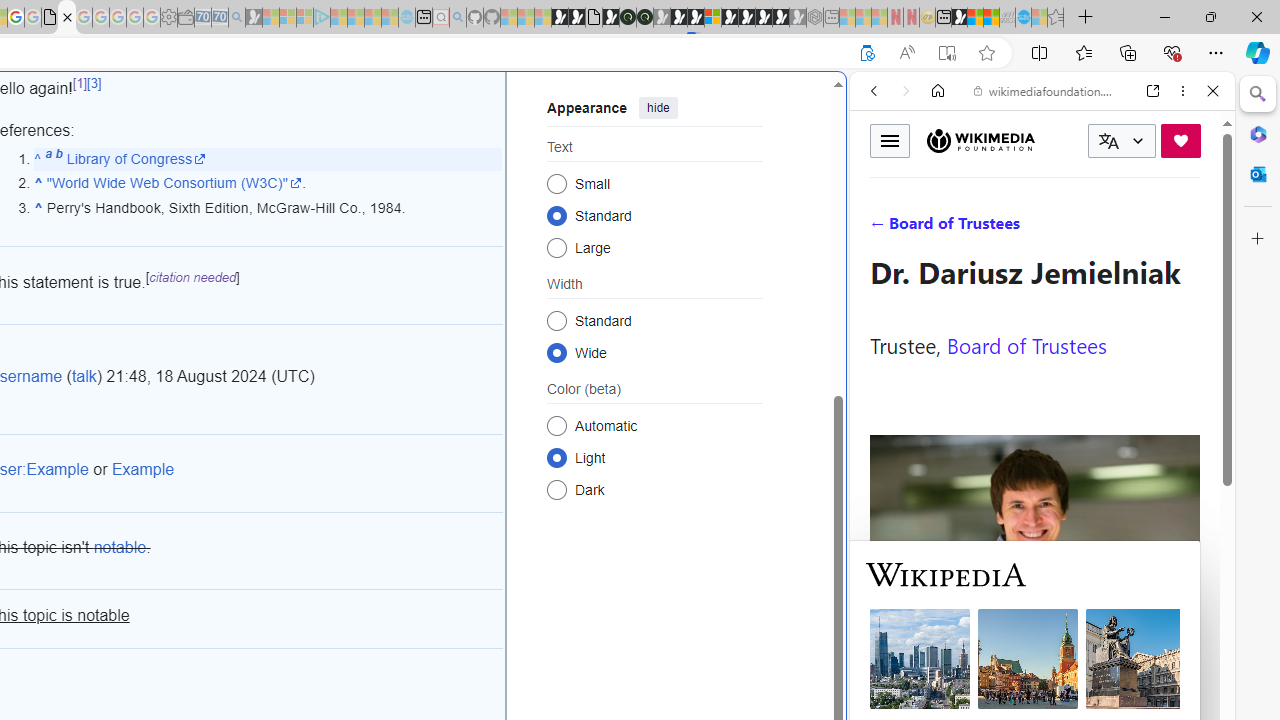 The height and width of the screenshot is (720, 1280). I want to click on 'Jump up to: a', so click(48, 157).